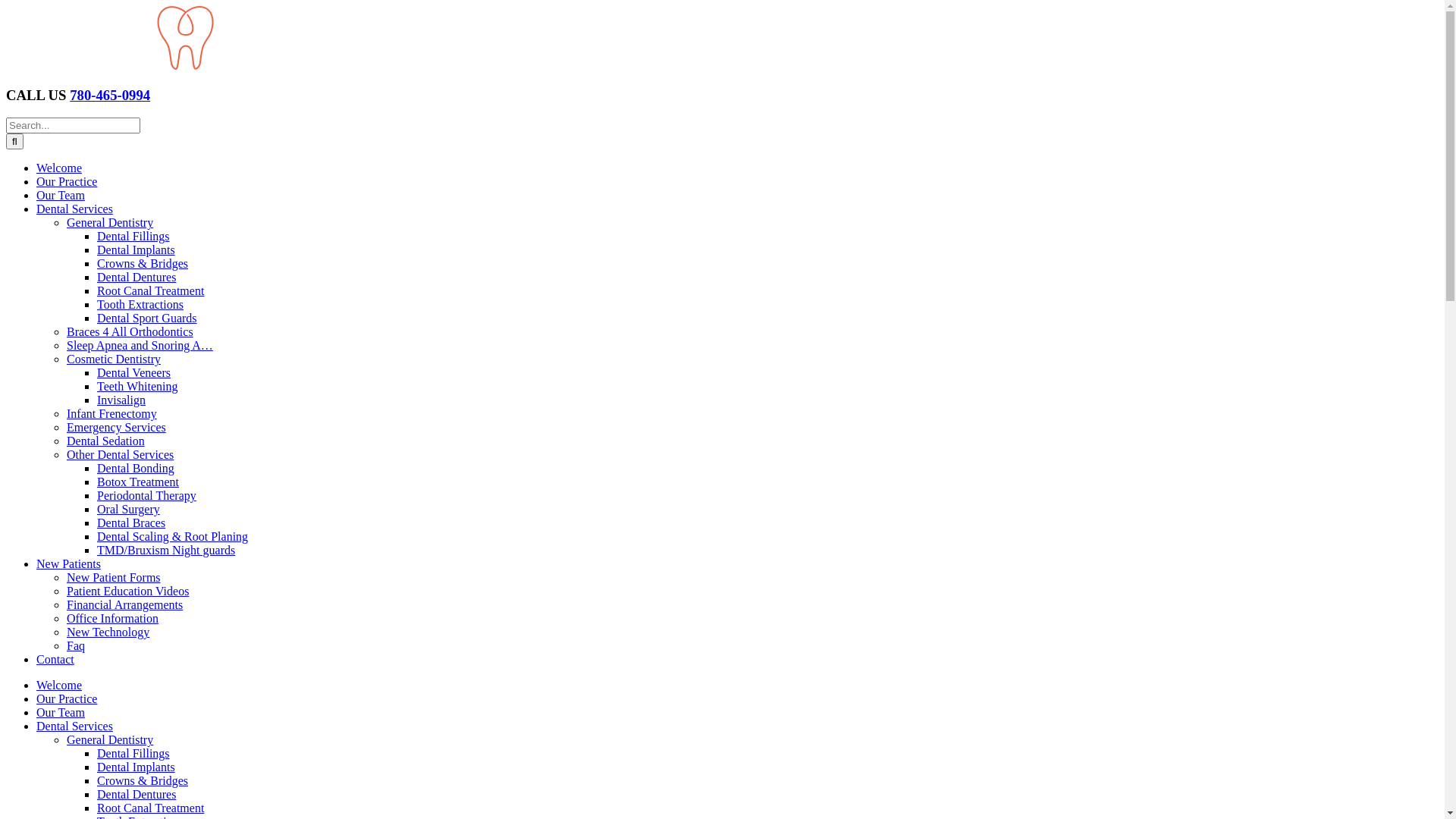 The width and height of the screenshot is (1456, 819). Describe the element at coordinates (96, 550) in the screenshot. I see `'TMD/Bruxism Night guards'` at that location.